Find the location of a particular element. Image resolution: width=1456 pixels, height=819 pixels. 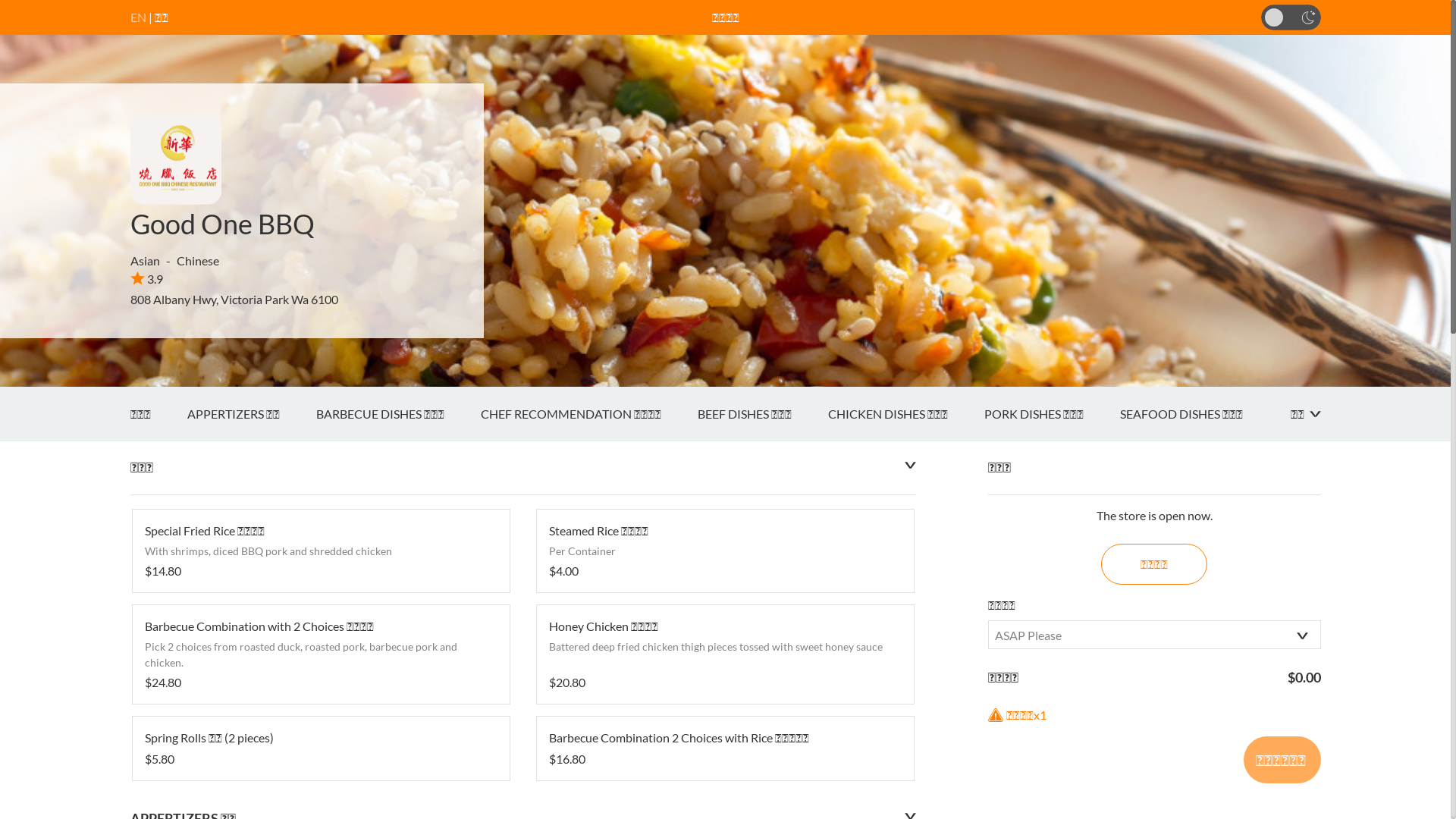

'EN' is located at coordinates (138, 17).